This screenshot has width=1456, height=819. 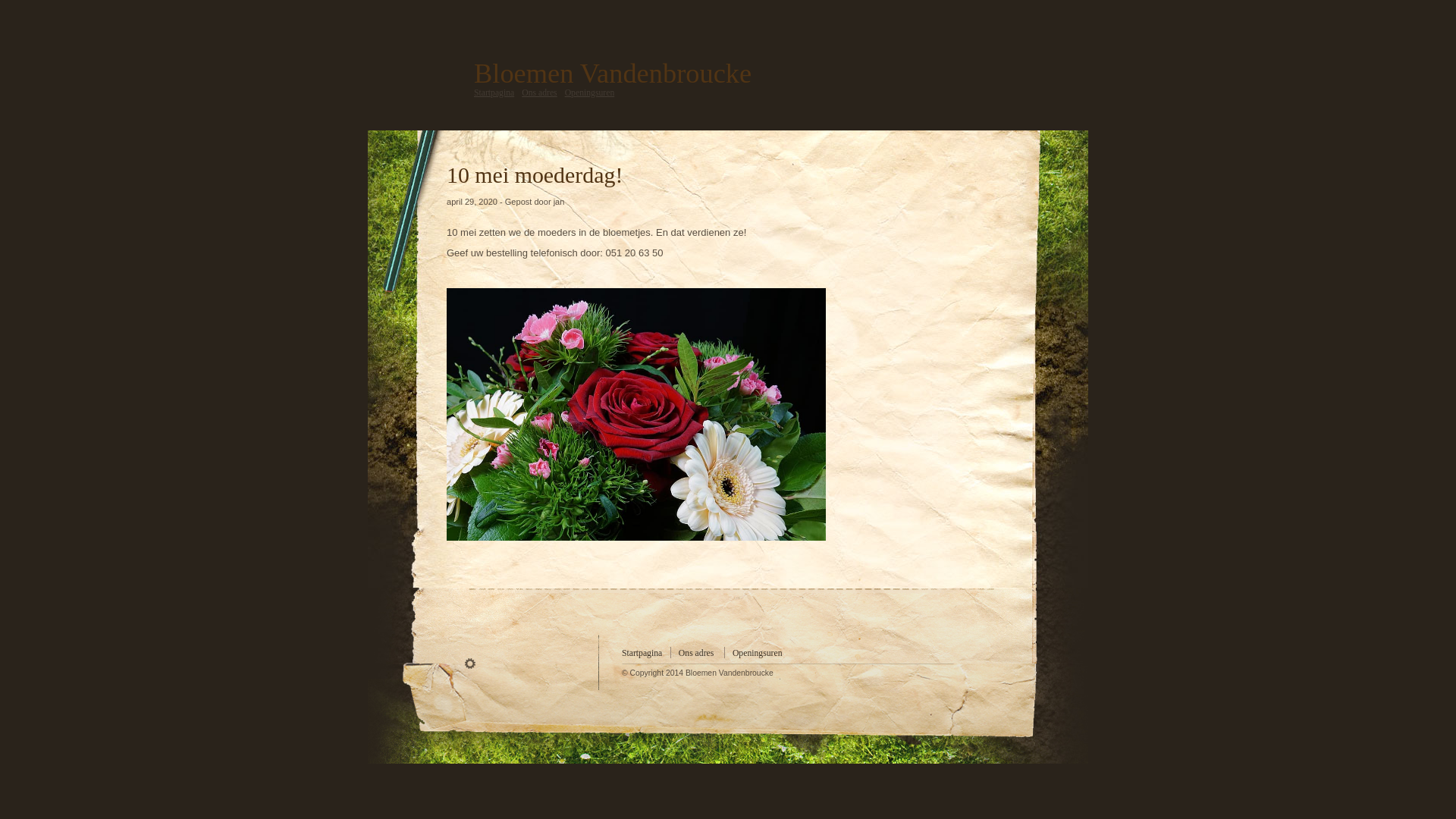 What do you see at coordinates (521, 93) in the screenshot?
I see `'Ons adres'` at bounding box center [521, 93].